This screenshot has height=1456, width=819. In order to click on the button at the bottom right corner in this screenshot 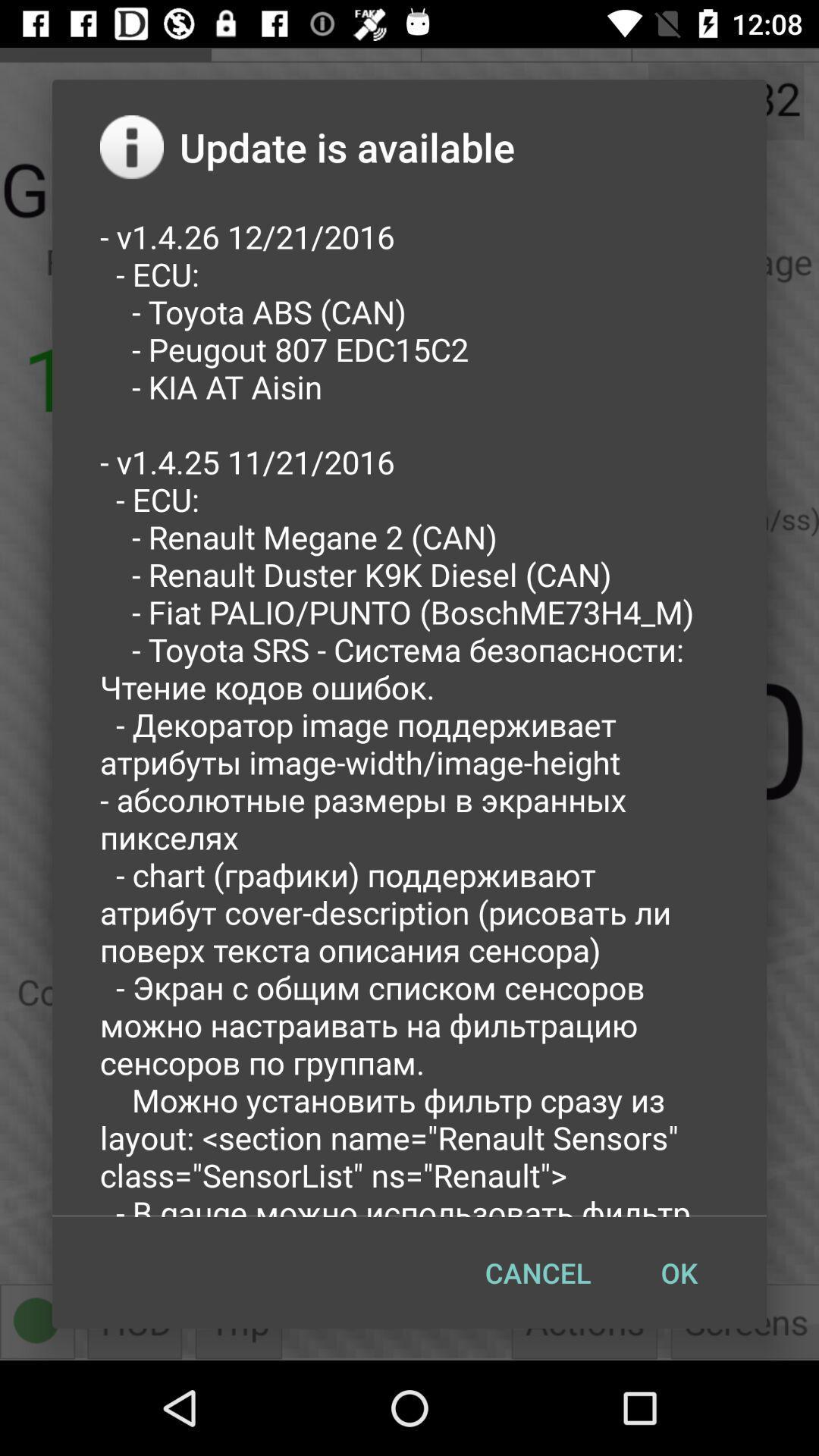, I will do `click(678, 1272)`.